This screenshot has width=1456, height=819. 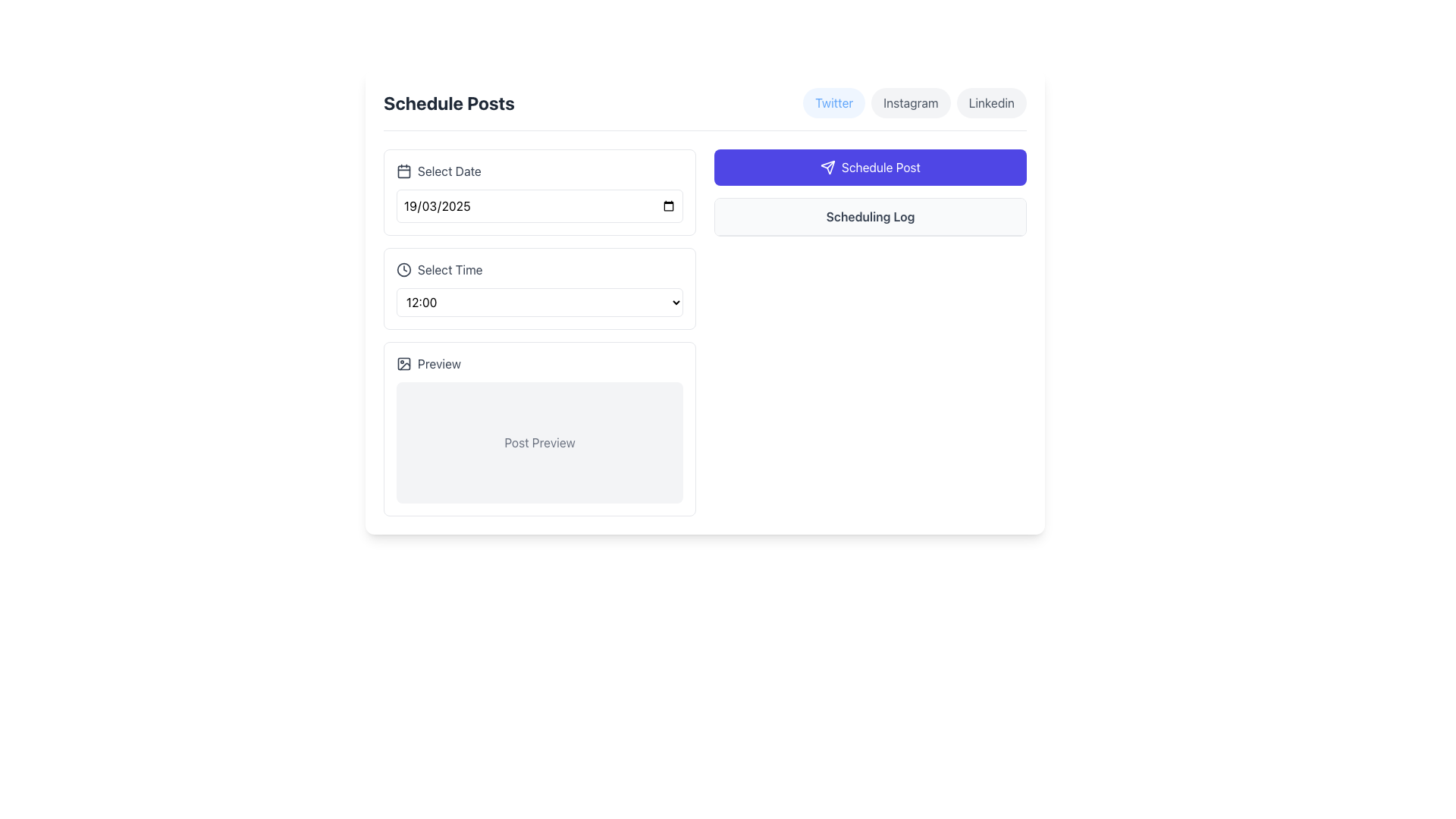 I want to click on the first button in the group of three buttons located in the top-right corner of the interface, so click(x=833, y=102).